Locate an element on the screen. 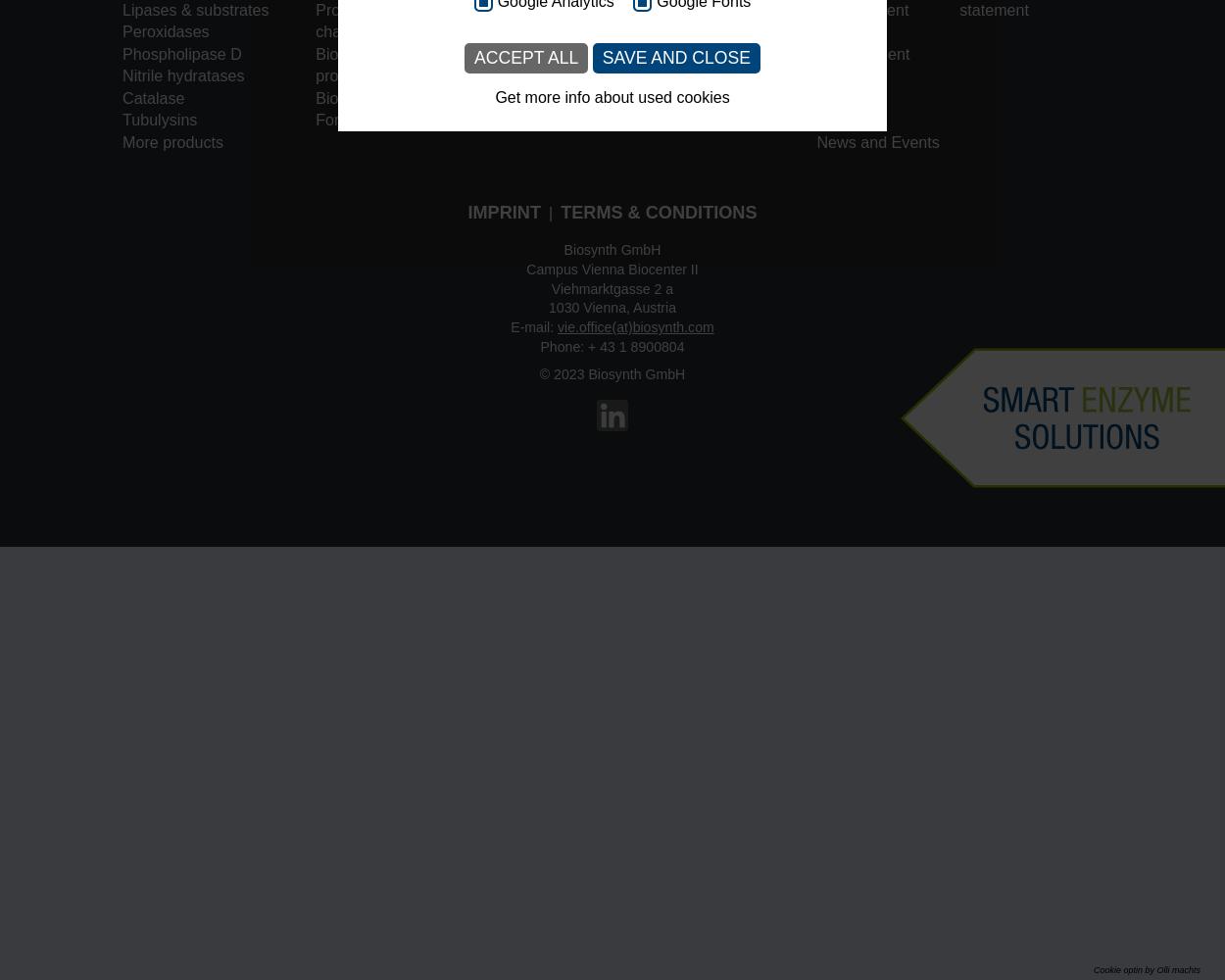 The width and height of the screenshot is (1225, 980). 'Business Development' is located at coordinates (862, 42).